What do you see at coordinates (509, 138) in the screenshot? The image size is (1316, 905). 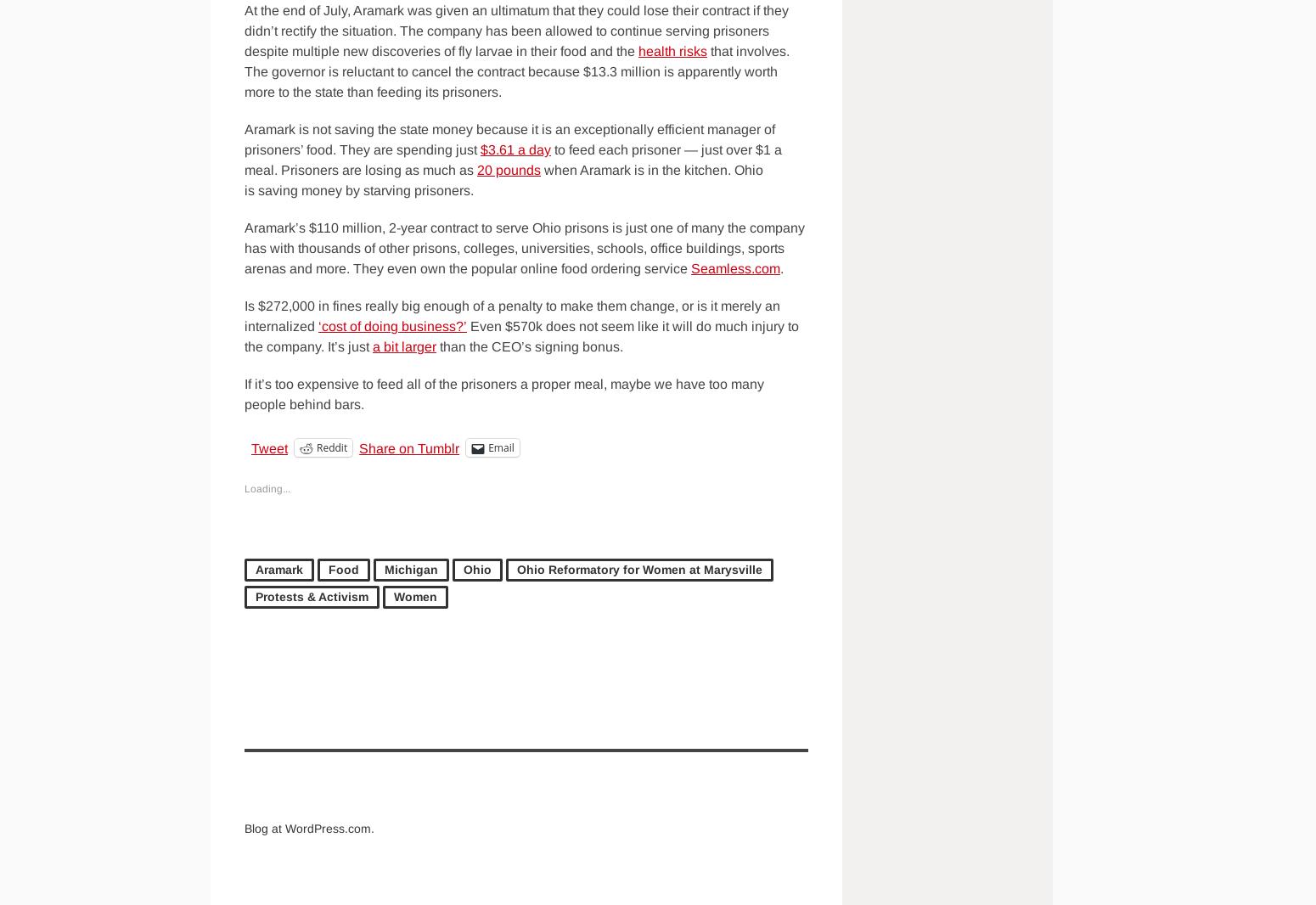 I see `'Aramark is not saving the state money because it is an exceptionally efficient manager of prisoners’ food. They are spending just'` at bounding box center [509, 138].